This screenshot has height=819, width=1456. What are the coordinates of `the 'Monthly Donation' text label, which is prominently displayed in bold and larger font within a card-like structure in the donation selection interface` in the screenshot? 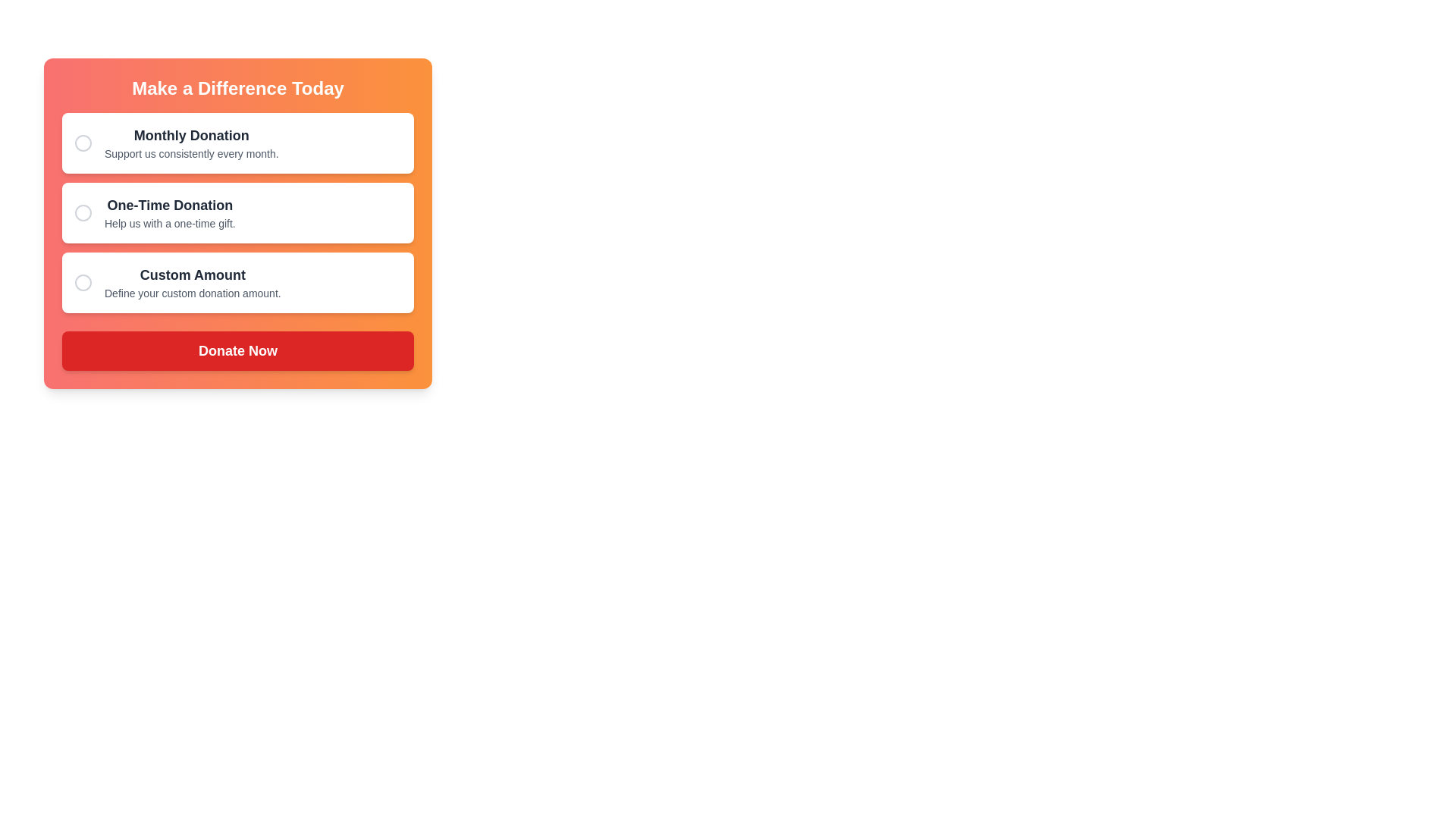 It's located at (190, 134).